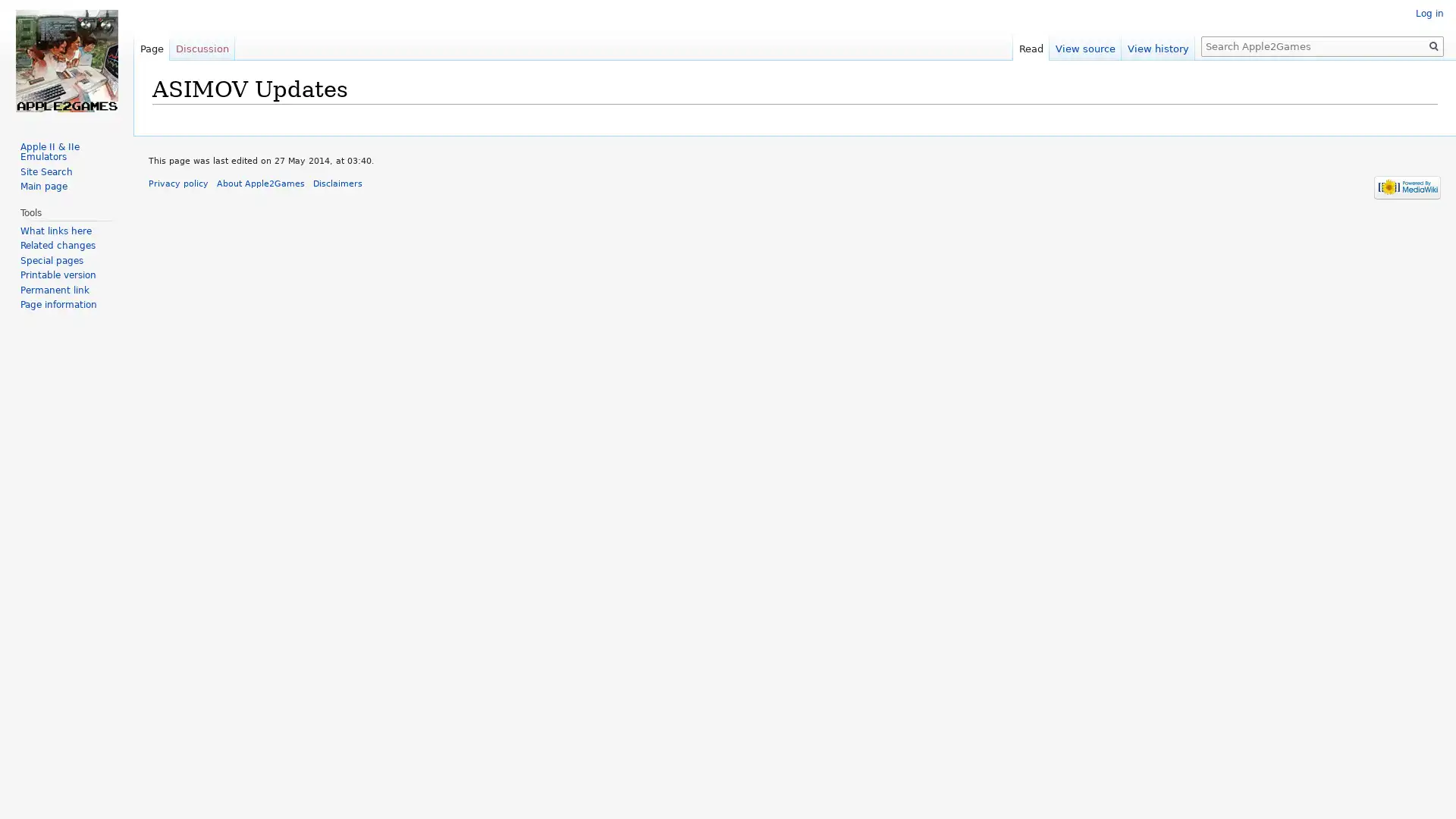 The image size is (1456, 819). I want to click on Go, so click(1433, 45).